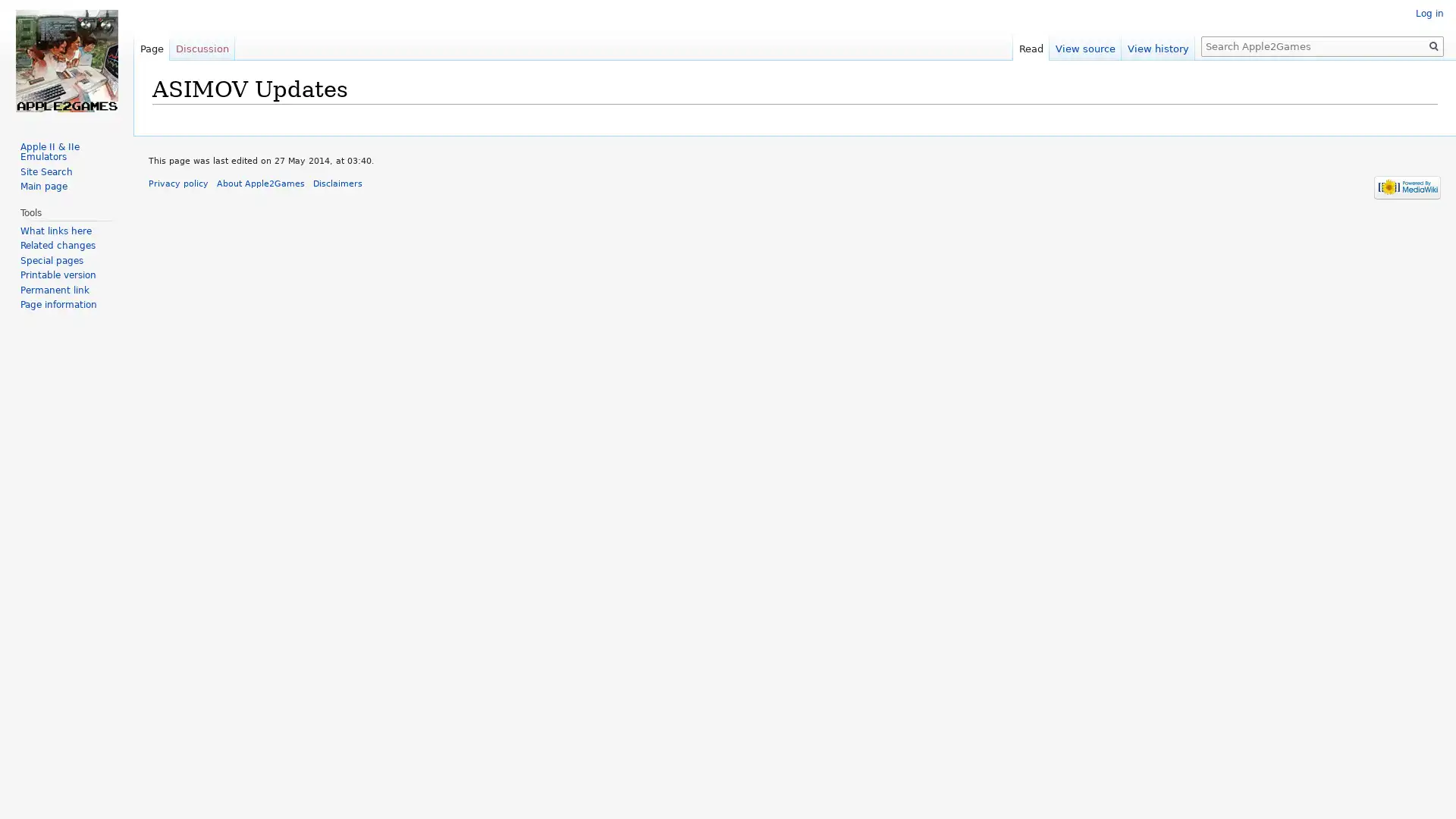 The image size is (1456, 819). I want to click on Go, so click(1433, 45).